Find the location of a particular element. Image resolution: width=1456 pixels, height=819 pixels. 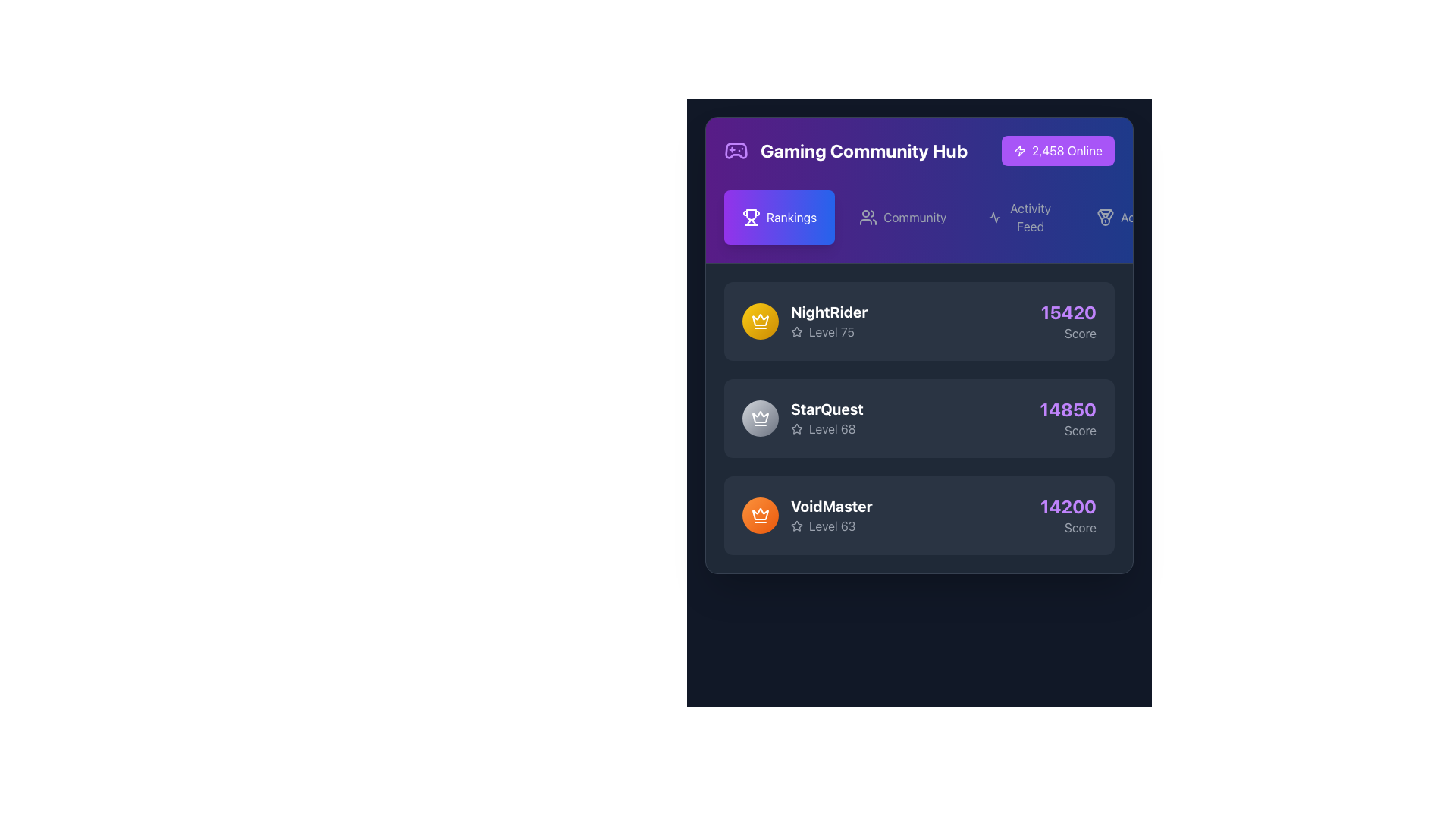

the Text label displaying the score value '14200' for the user 'VoidMaster', located in the right-aligned section of the leaderboard row is located at coordinates (1067, 506).